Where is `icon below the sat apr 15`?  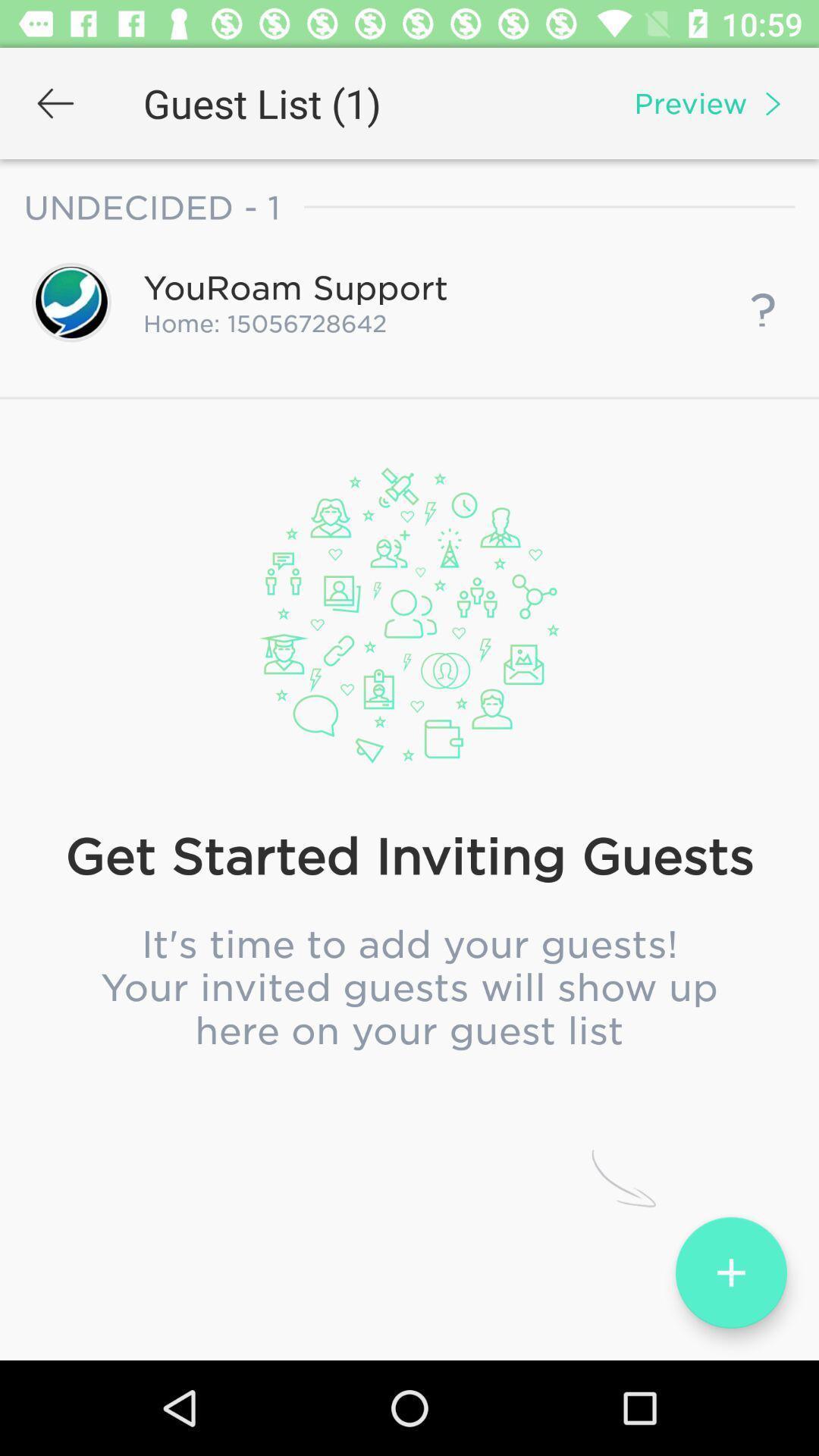 icon below the sat apr 15 is located at coordinates (409, 708).